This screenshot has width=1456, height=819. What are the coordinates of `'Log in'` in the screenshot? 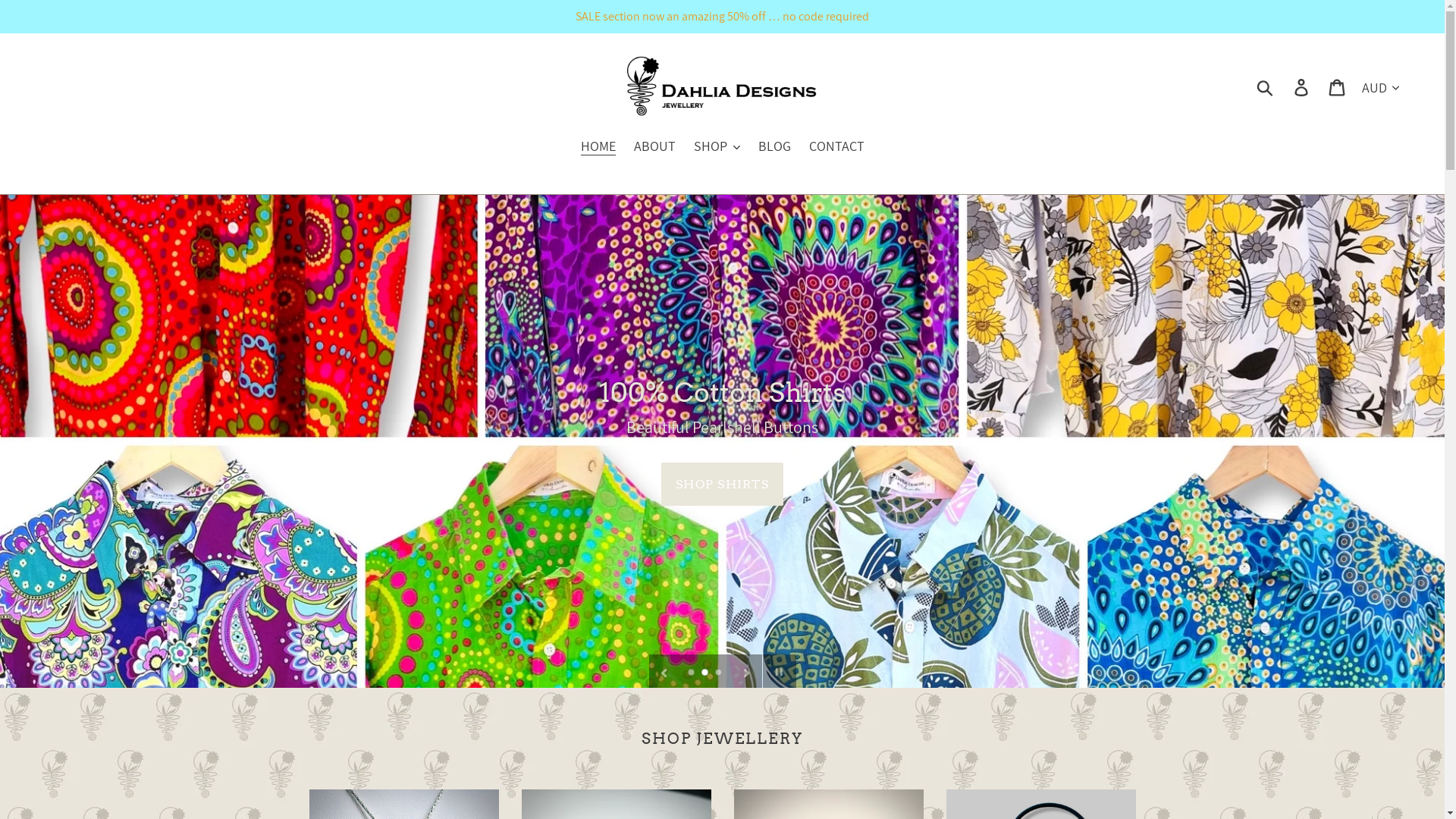 It's located at (1301, 86).